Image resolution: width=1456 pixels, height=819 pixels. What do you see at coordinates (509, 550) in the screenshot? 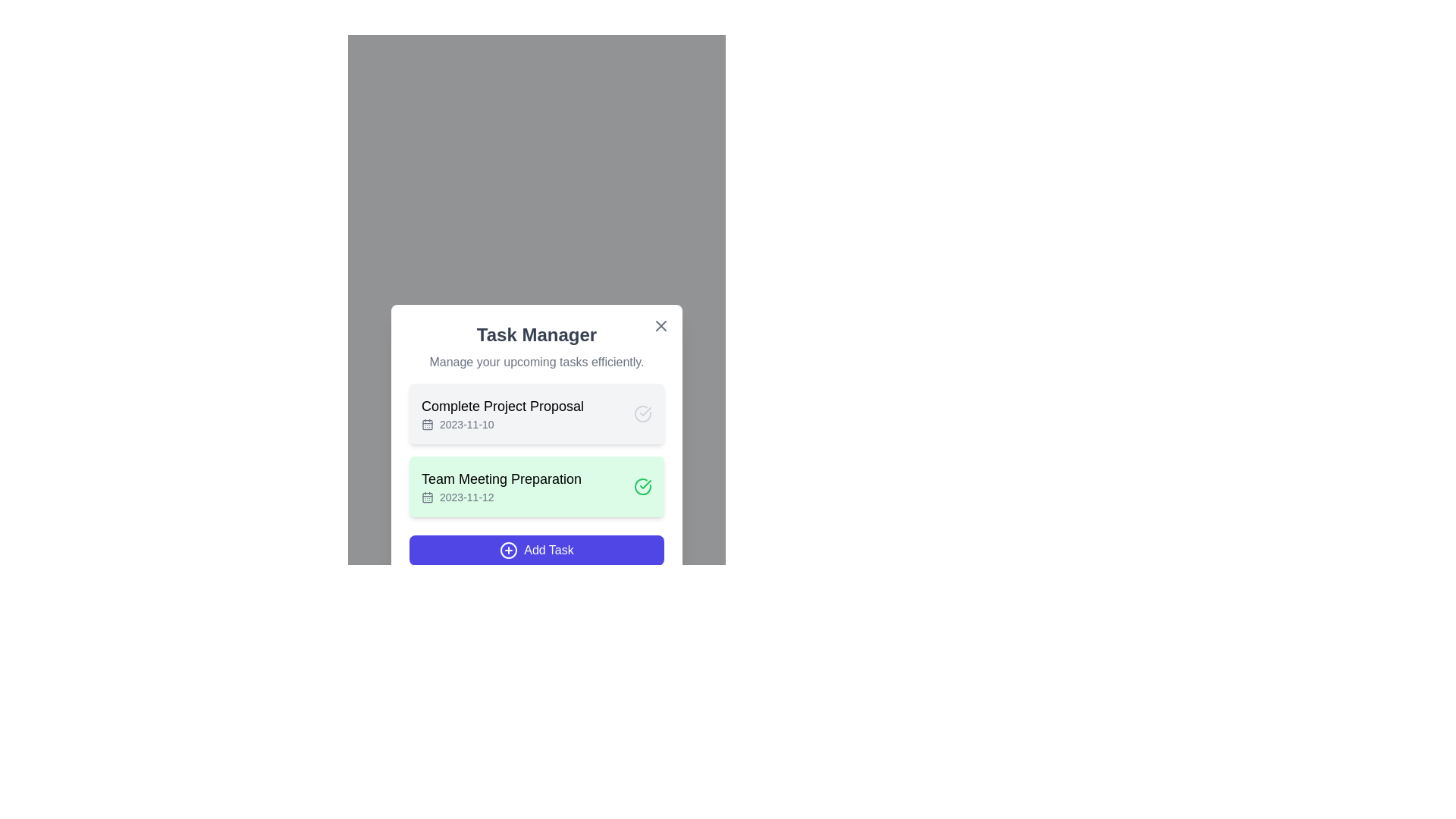
I see `the circular plus icon located within the 'Add Task' button at the bottom of the task manager interface` at bounding box center [509, 550].